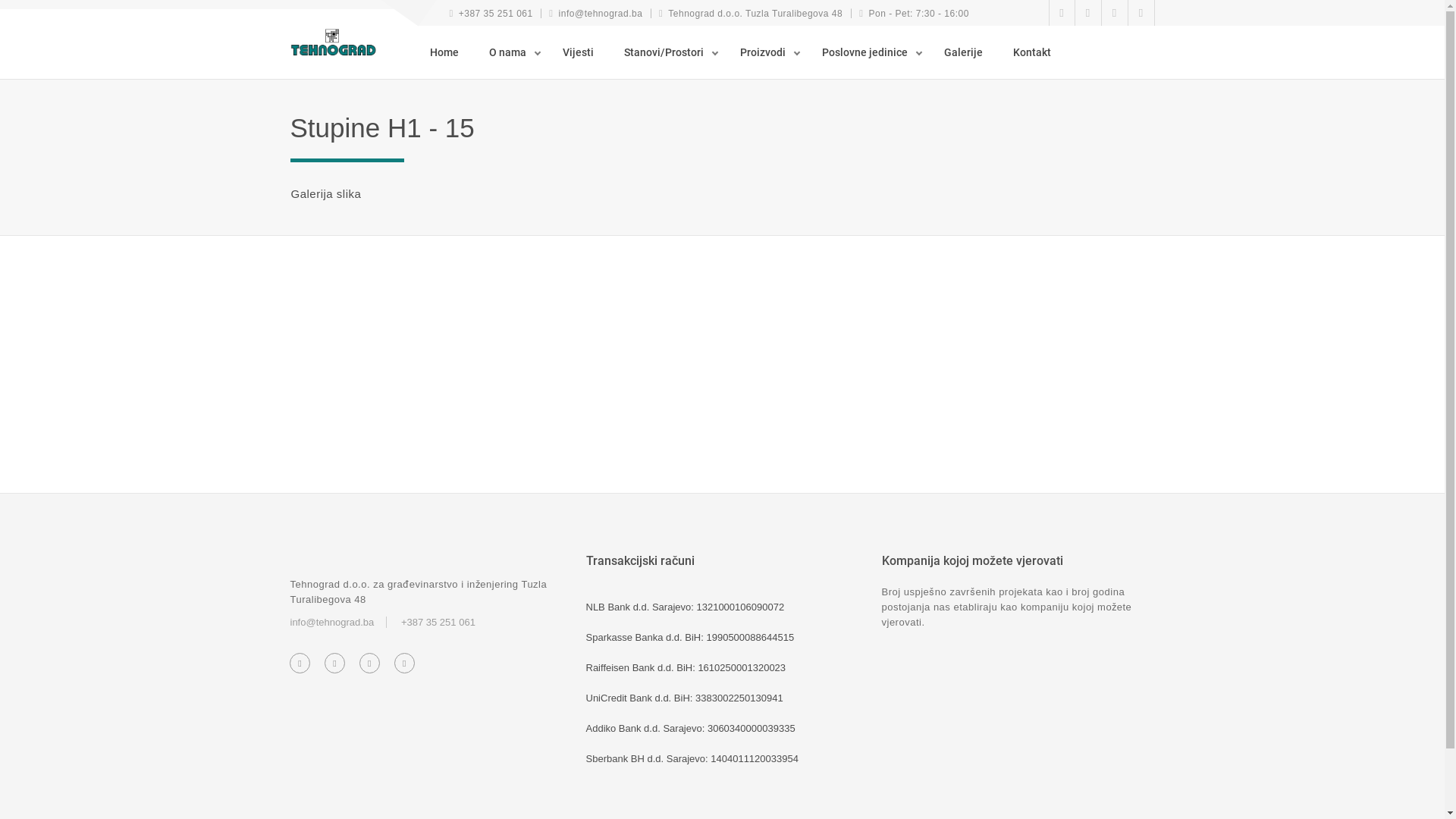 The image size is (1456, 819). What do you see at coordinates (966, 52) in the screenshot?
I see `'Galerije'` at bounding box center [966, 52].